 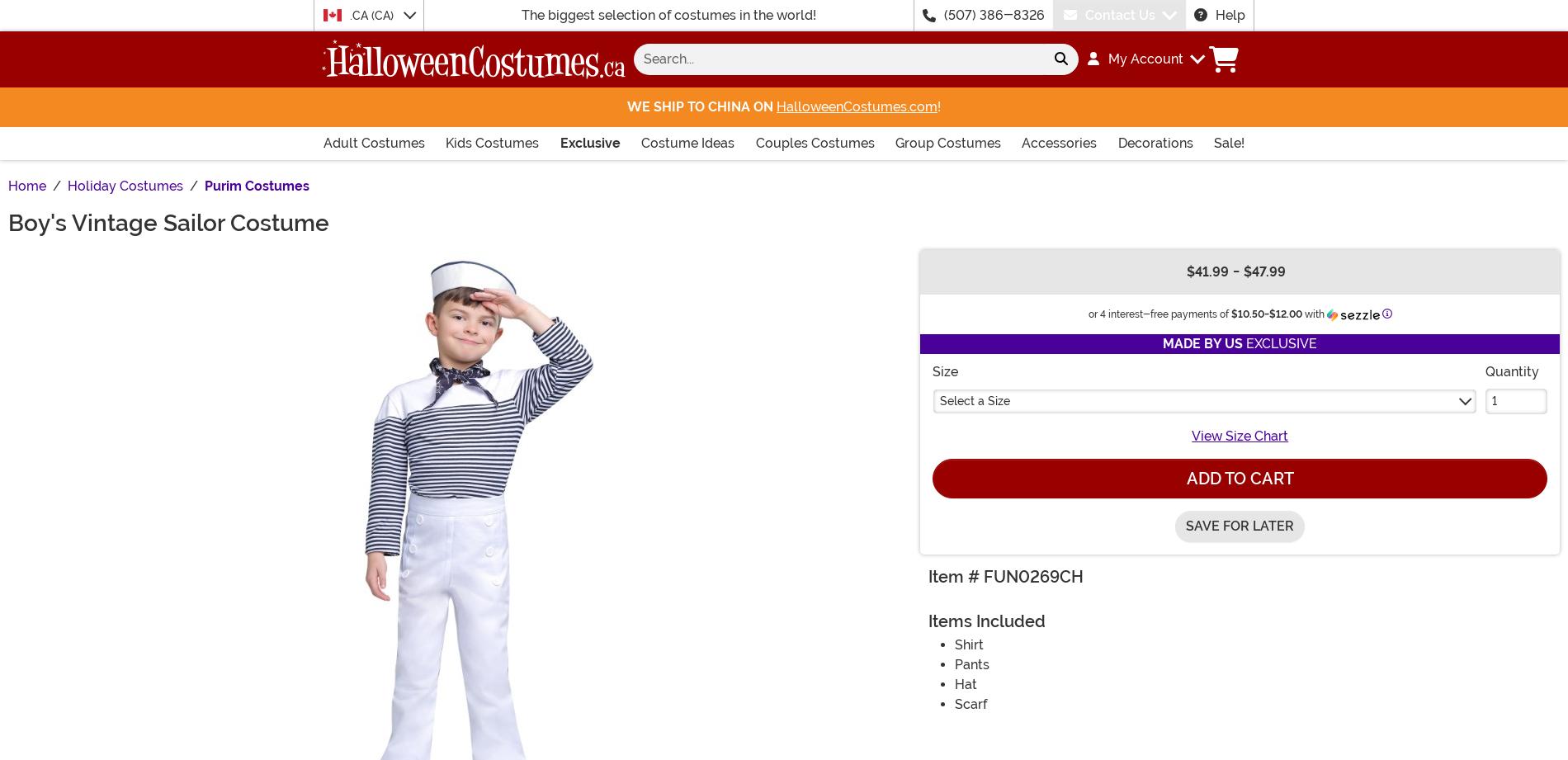 I want to click on 'Your kid might want to wear these dress whites while driving his RC boat in the annual race or while throwing candy in the 4', so click(x=773, y=308).